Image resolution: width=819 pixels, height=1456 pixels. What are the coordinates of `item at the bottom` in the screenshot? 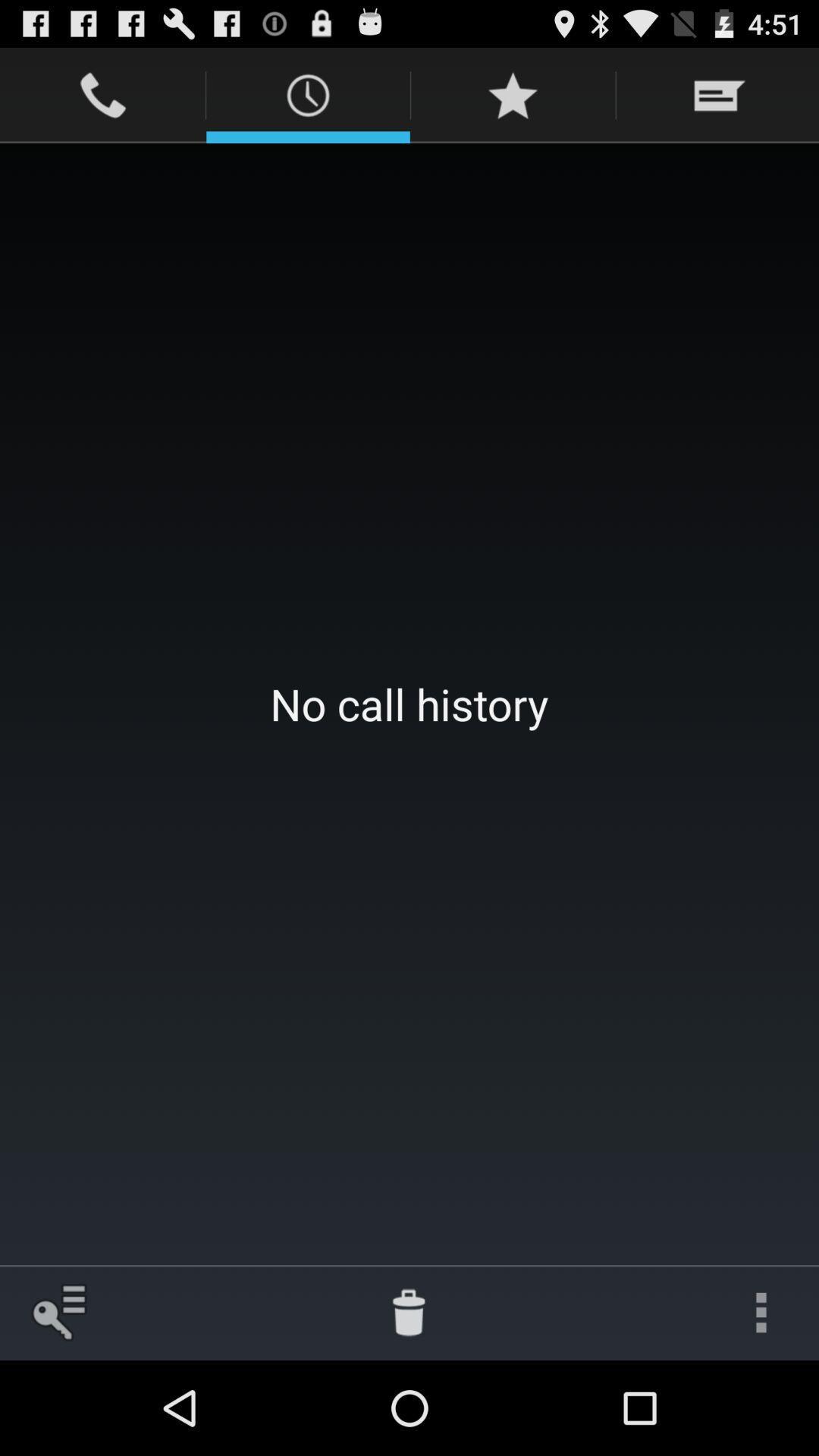 It's located at (408, 1312).